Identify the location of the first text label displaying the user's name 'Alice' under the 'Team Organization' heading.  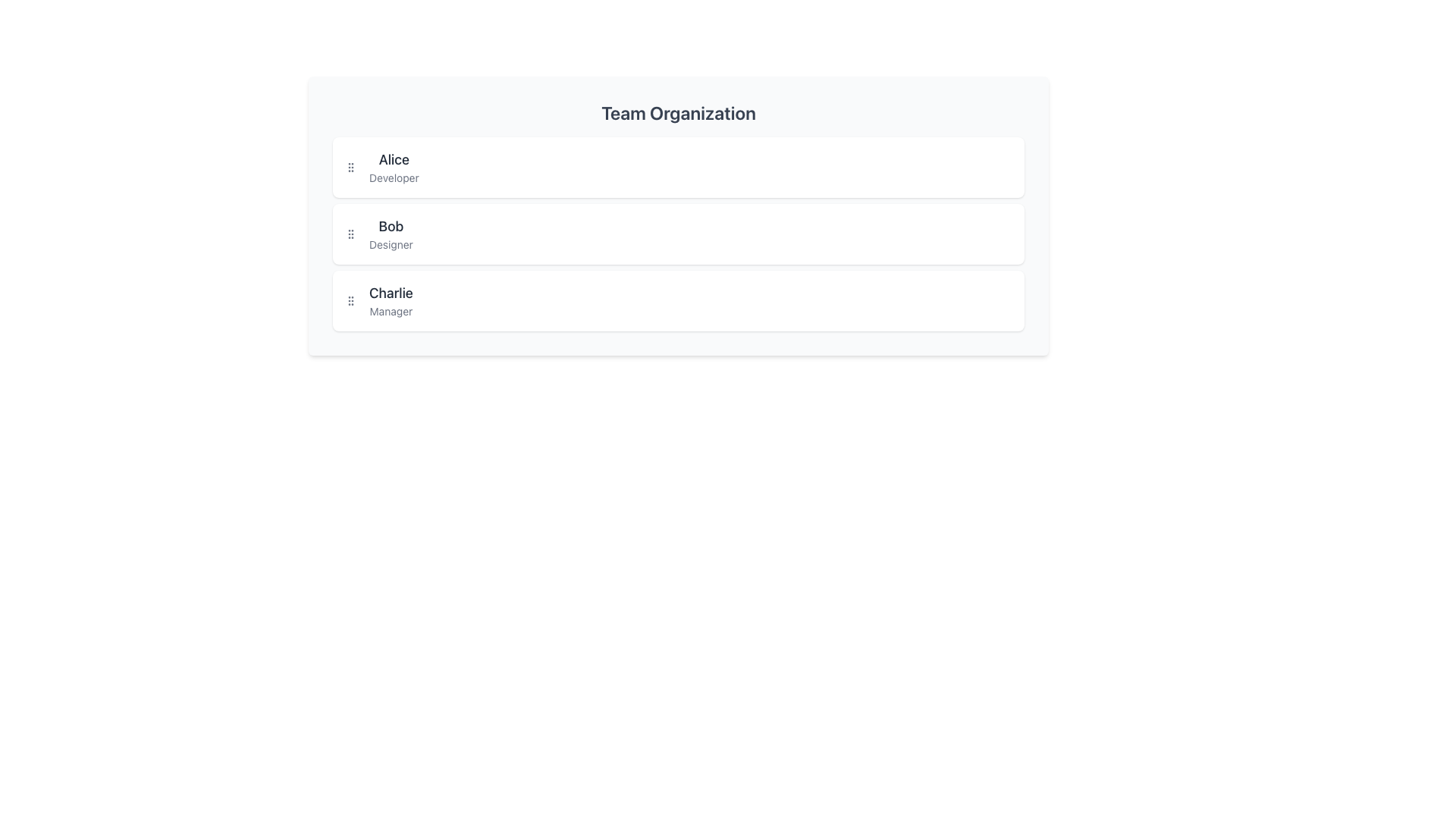
(394, 160).